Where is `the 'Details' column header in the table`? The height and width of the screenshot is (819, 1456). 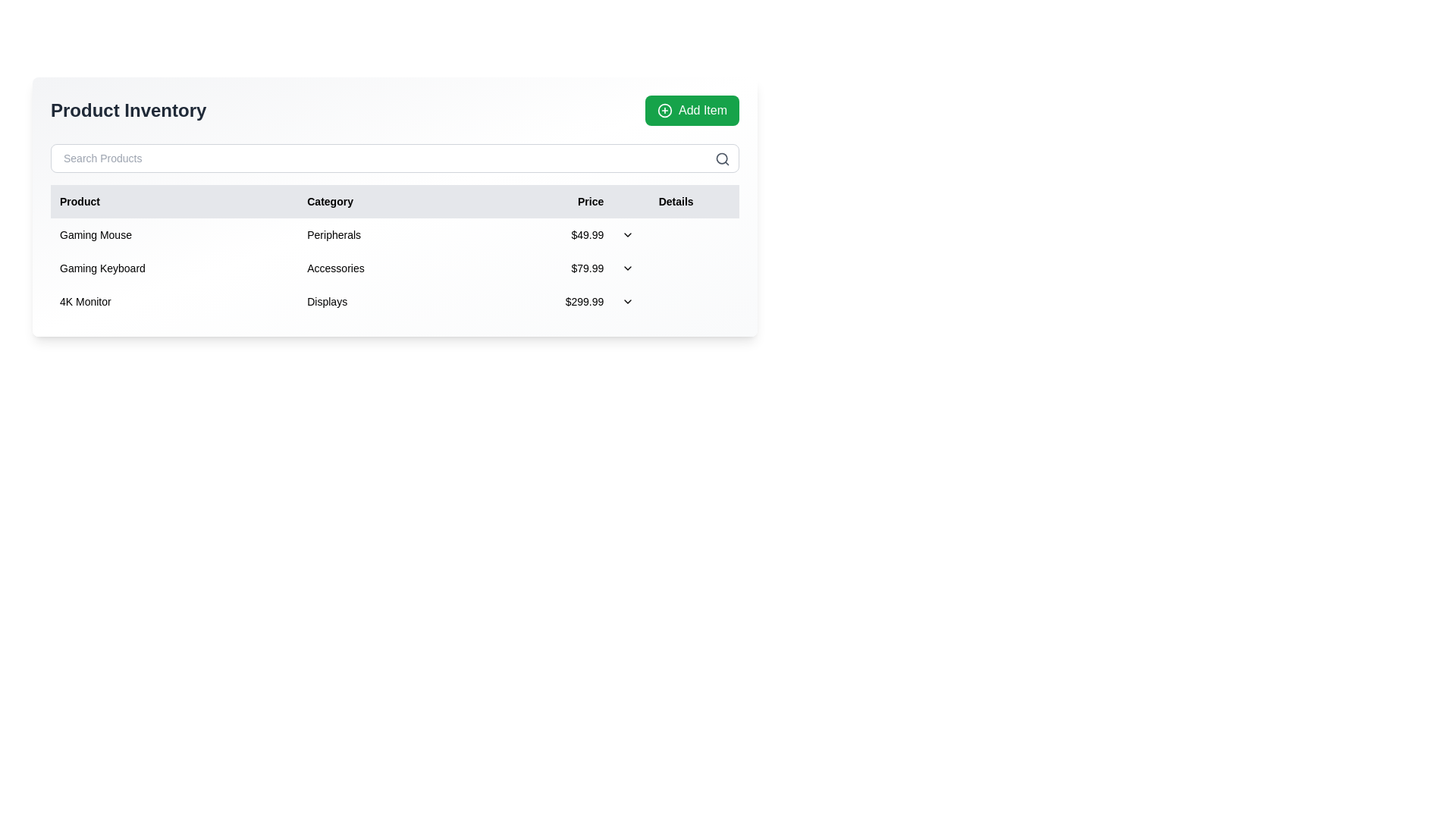 the 'Details' column header in the table is located at coordinates (675, 201).